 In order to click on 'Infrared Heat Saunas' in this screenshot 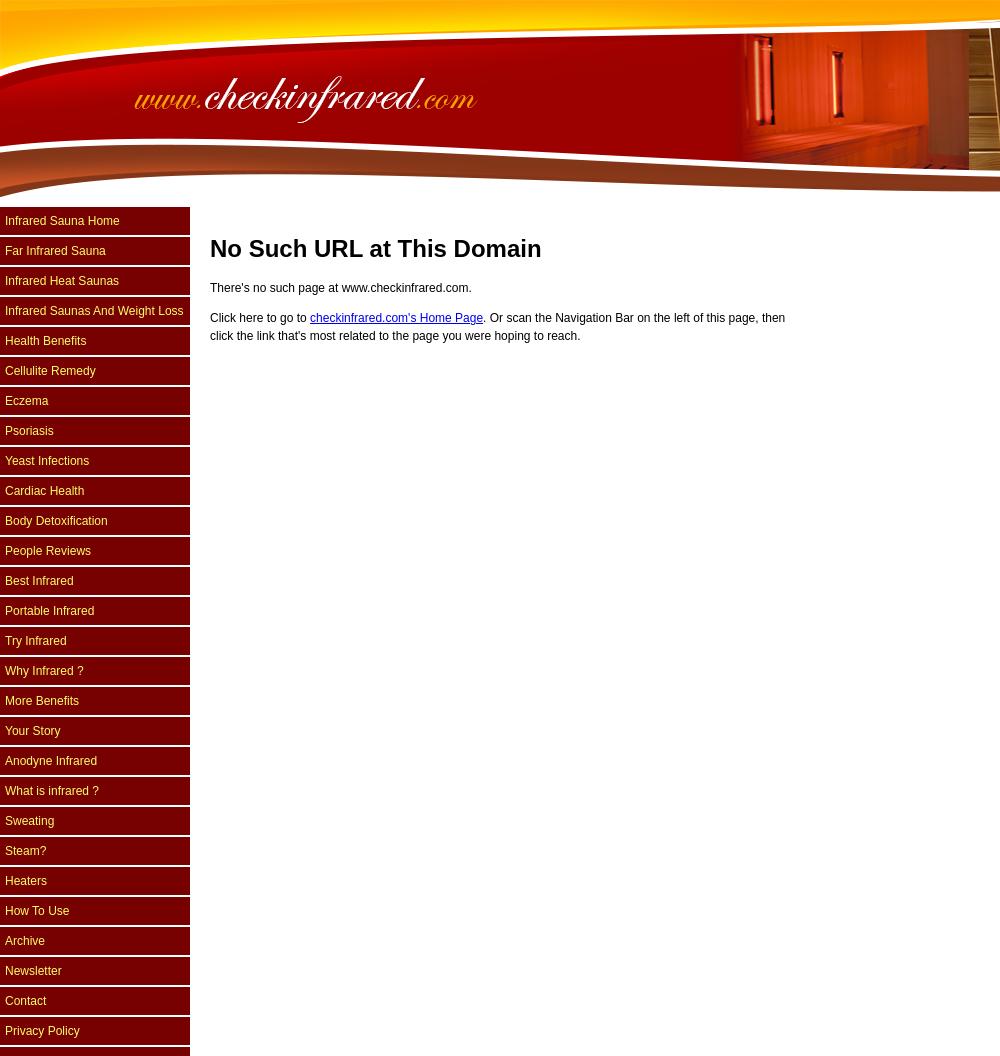, I will do `click(62, 281)`.